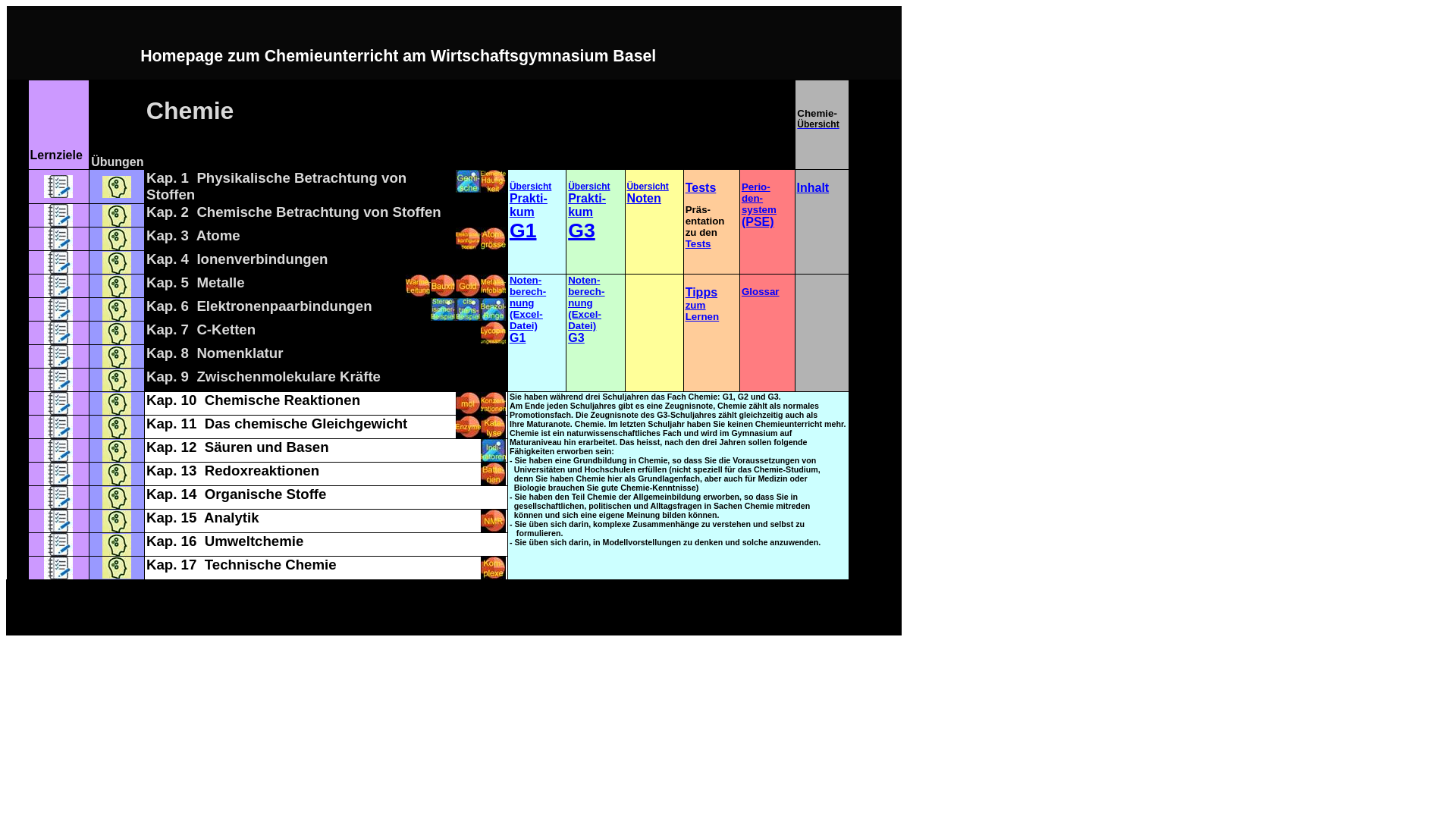 This screenshot has height=819, width=1456. What do you see at coordinates (528, 297) in the screenshot?
I see `'berech-nung'` at bounding box center [528, 297].